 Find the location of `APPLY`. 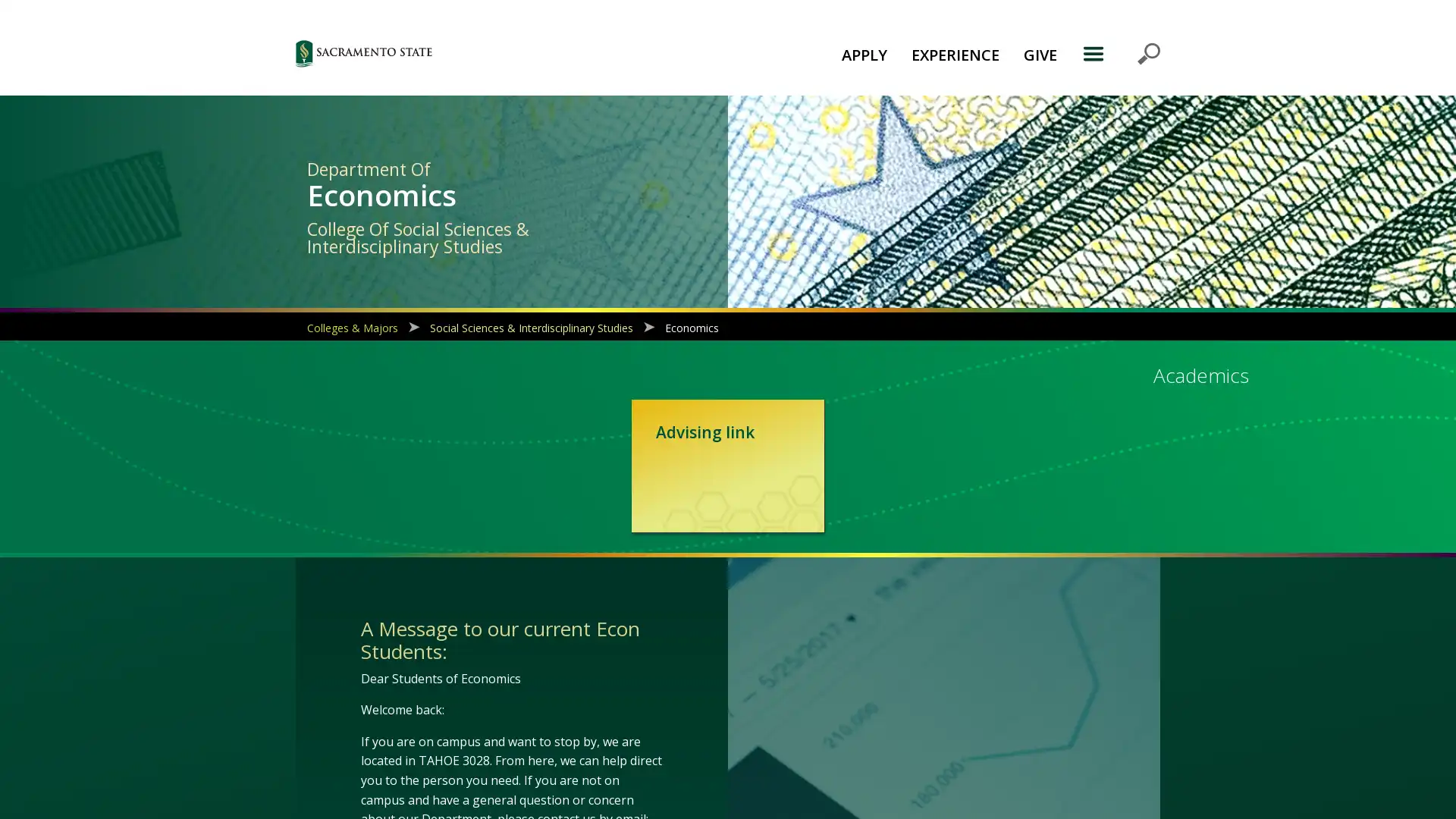

APPLY is located at coordinates (864, 52).